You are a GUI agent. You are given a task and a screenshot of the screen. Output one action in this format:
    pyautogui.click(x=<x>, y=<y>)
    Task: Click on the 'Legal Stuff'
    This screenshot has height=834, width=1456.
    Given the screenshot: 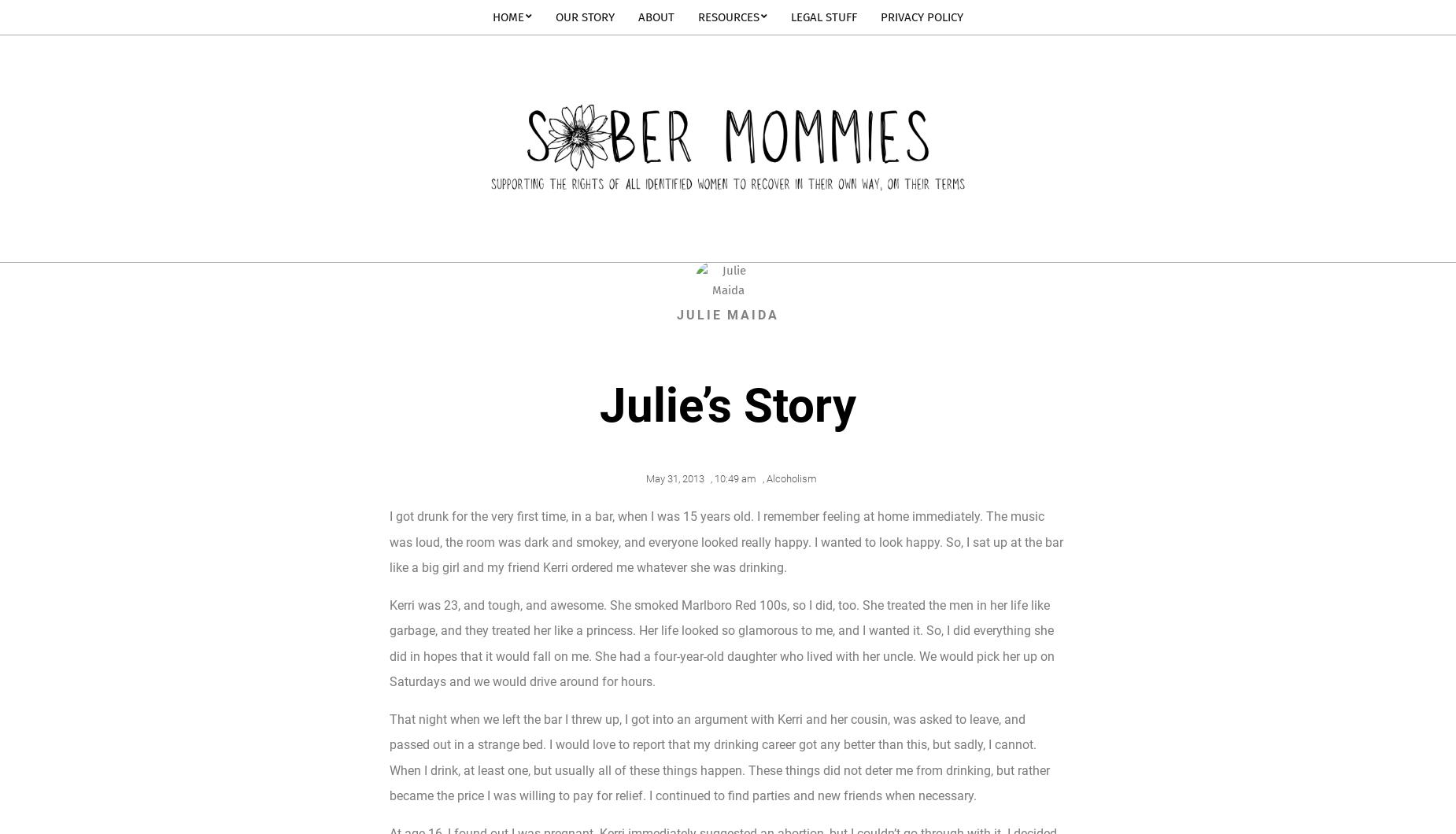 What is the action you would take?
    pyautogui.click(x=822, y=17)
    